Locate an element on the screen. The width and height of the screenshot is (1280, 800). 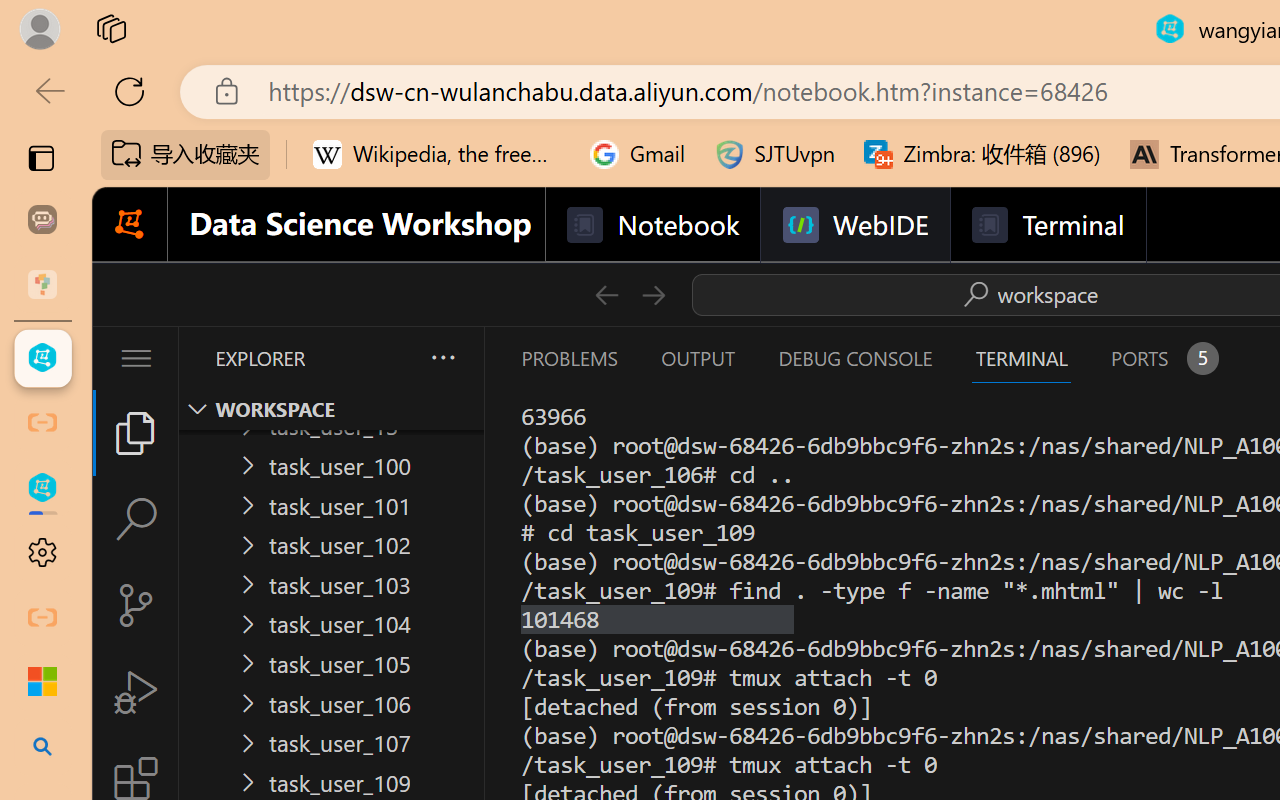
'wangyian_dsw - DSW' is located at coordinates (42, 358).